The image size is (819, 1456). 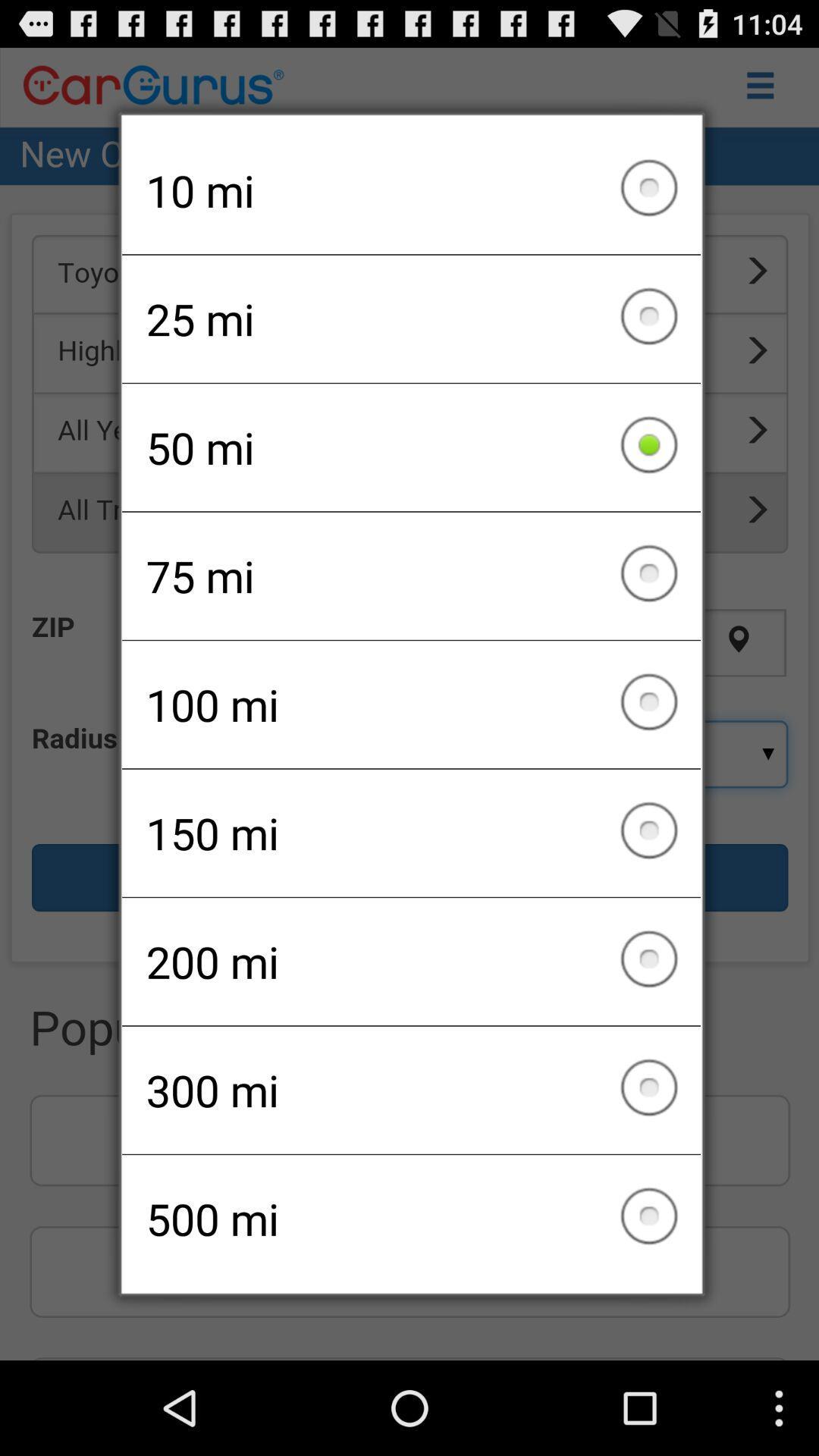 I want to click on 500 mi icon, so click(x=411, y=1219).